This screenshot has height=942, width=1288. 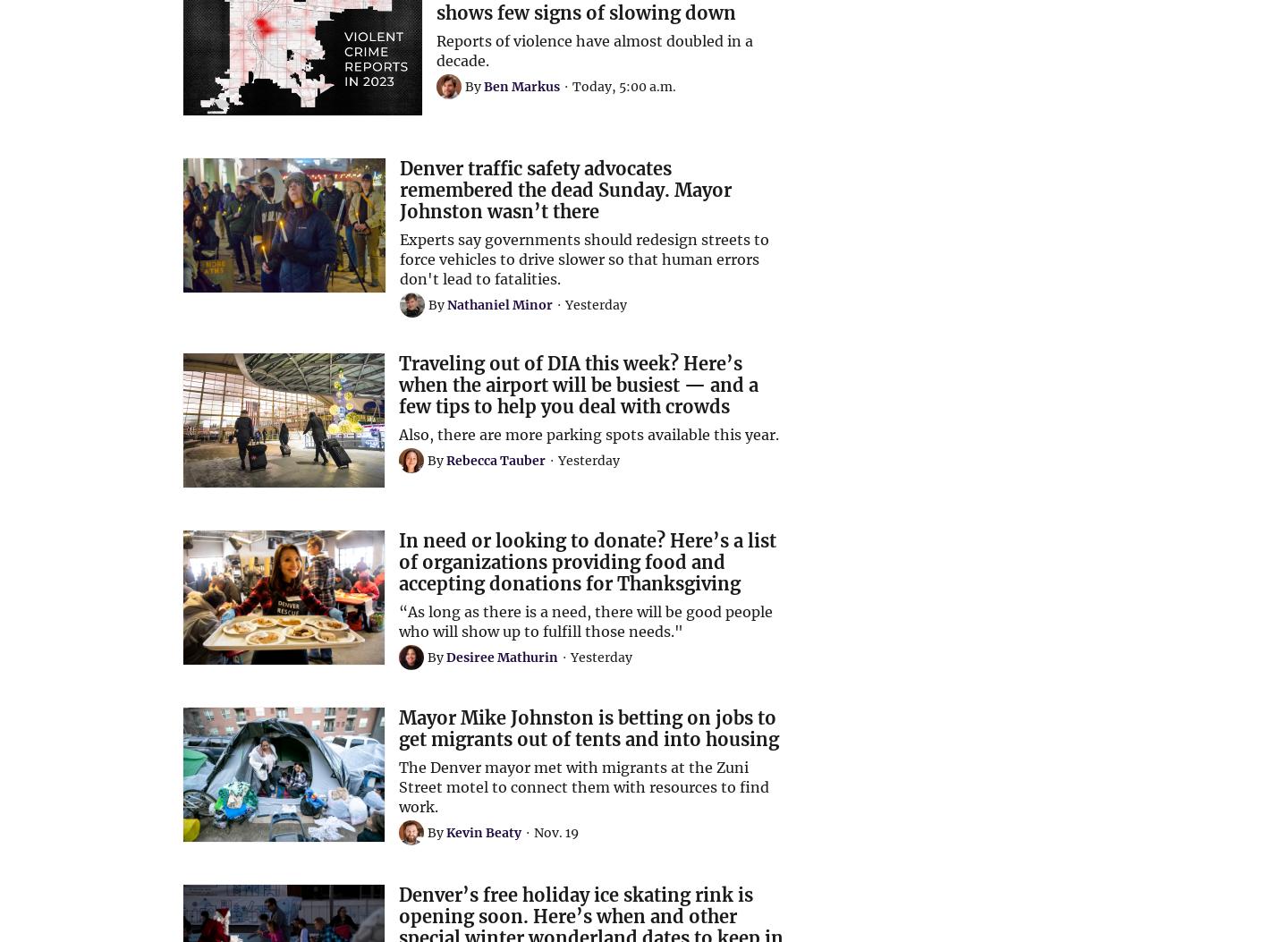 I want to click on 'The Denver mayor met with migrants at the Zuni Street motel to connect them with resources to find work.', so click(x=398, y=786).